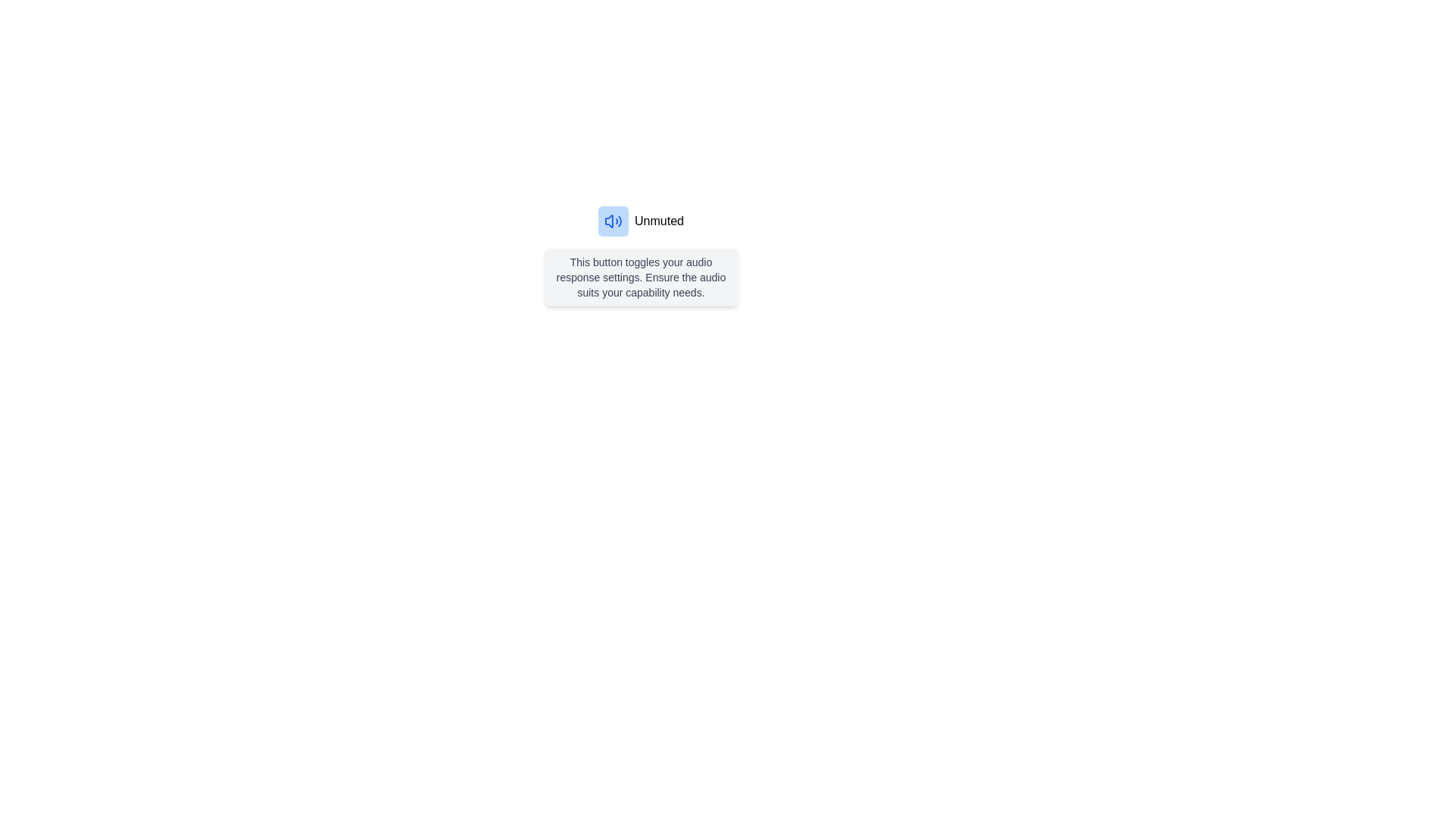  What do you see at coordinates (659, 221) in the screenshot?
I see `the Text Label displaying 'Unmuted', which is positioned closely to a blue speaker icon and centered within a card` at bounding box center [659, 221].